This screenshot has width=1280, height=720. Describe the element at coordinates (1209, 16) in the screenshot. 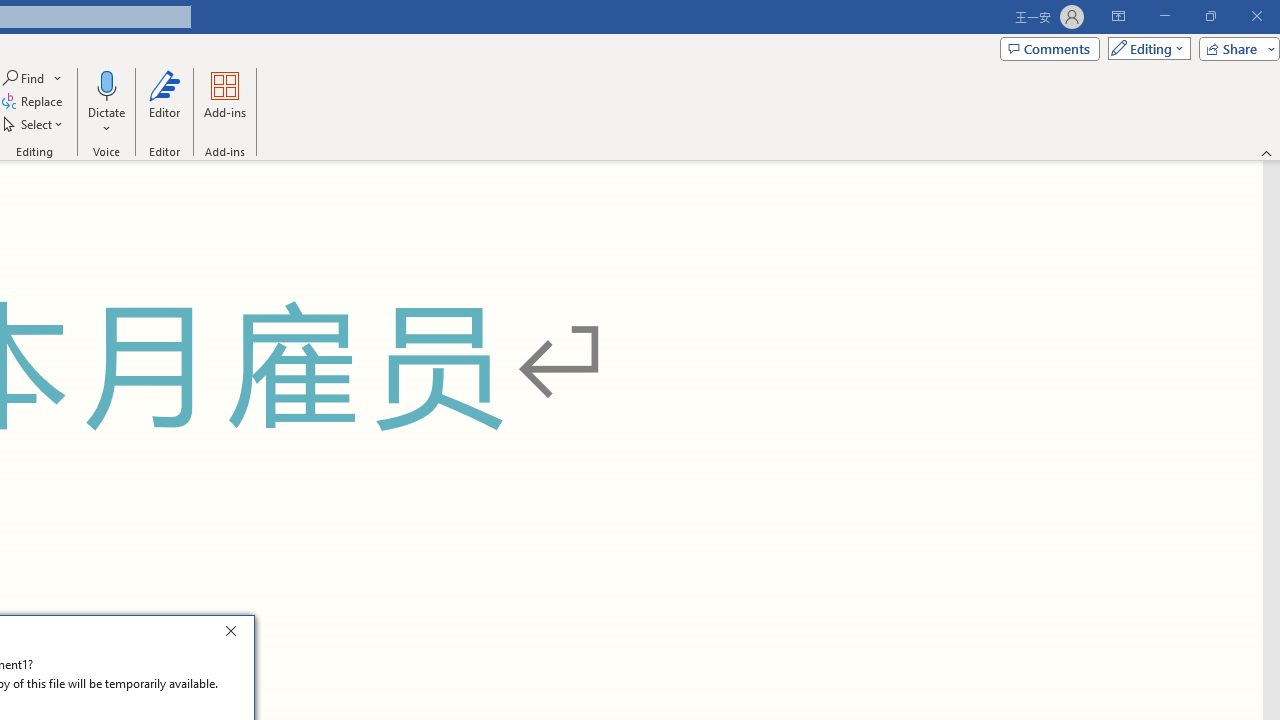

I see `'Restore Down'` at that location.